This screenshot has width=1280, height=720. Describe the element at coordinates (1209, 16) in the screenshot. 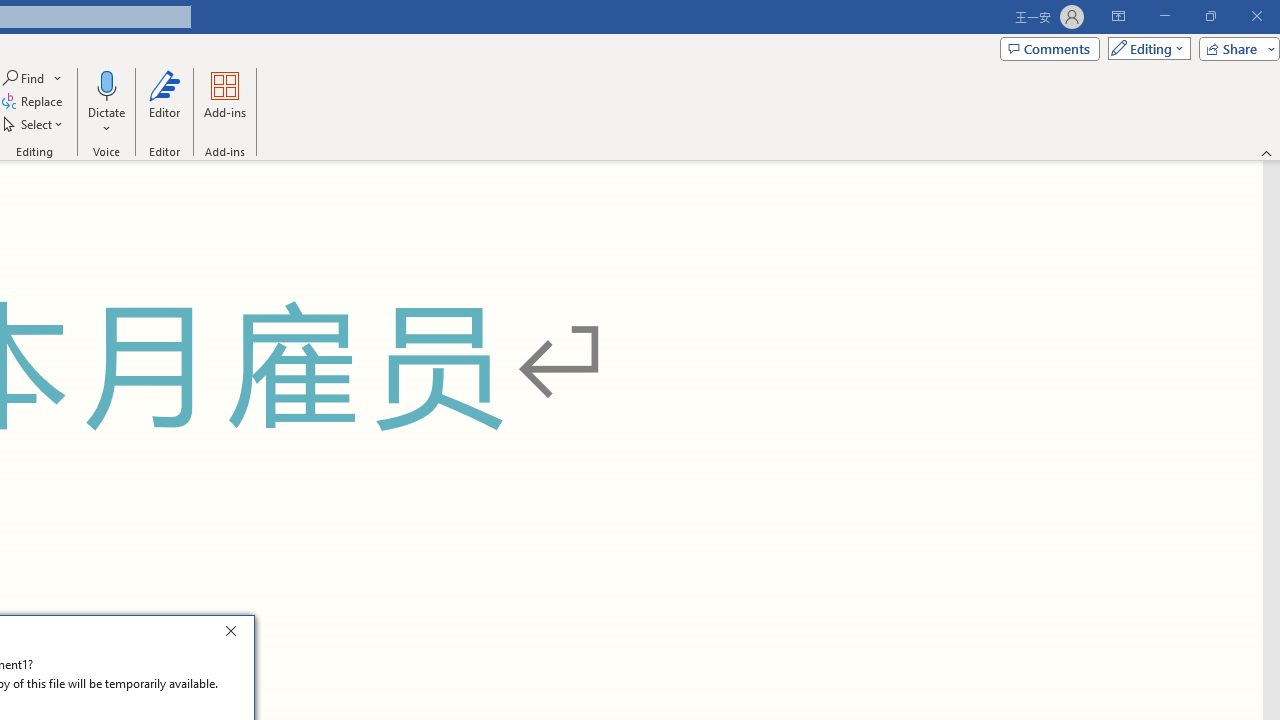

I see `'Restore Down'` at that location.